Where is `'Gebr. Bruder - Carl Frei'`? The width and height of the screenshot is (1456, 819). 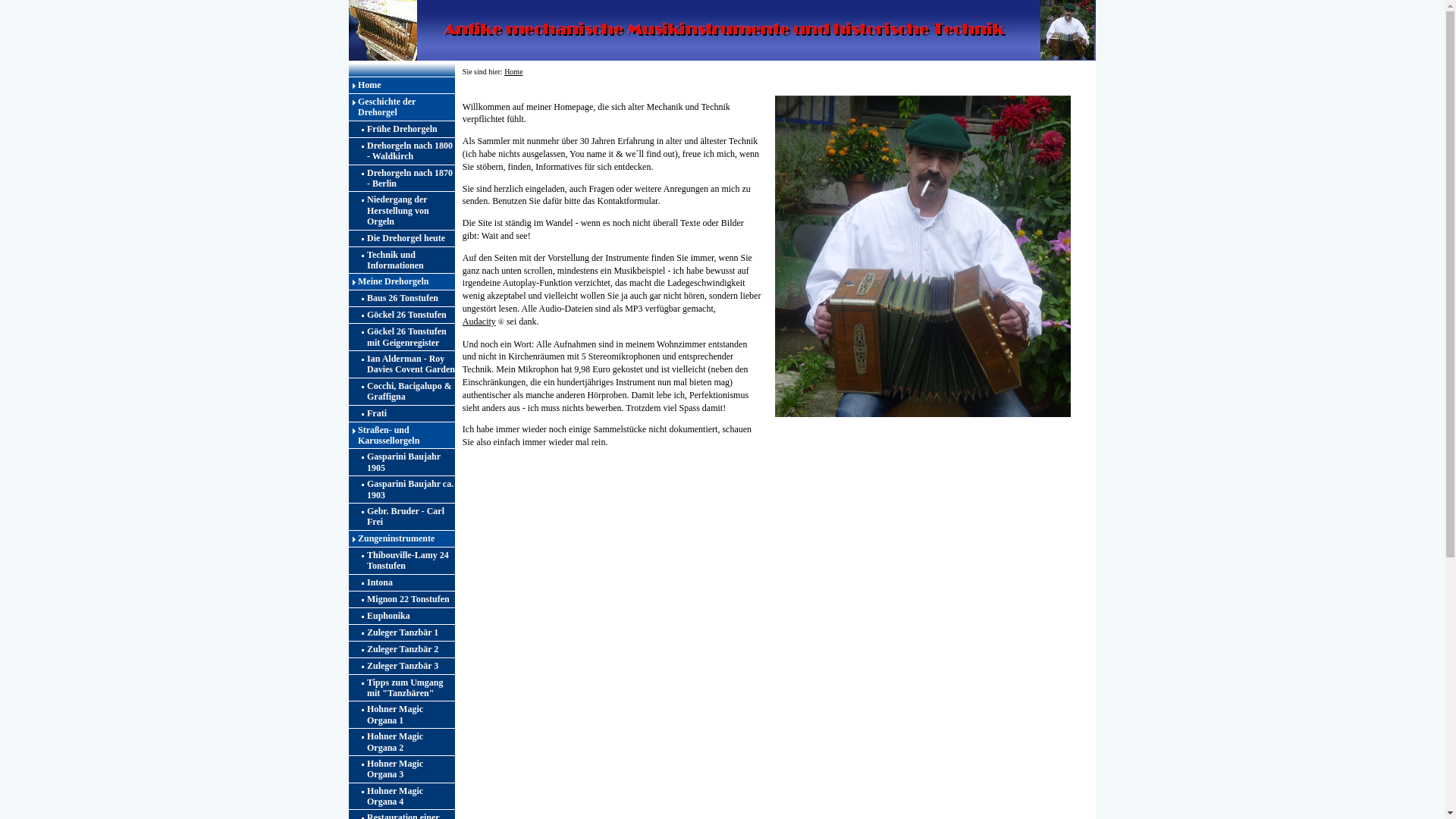
'Gebr. Bruder - Carl Frei' is located at coordinates (401, 516).